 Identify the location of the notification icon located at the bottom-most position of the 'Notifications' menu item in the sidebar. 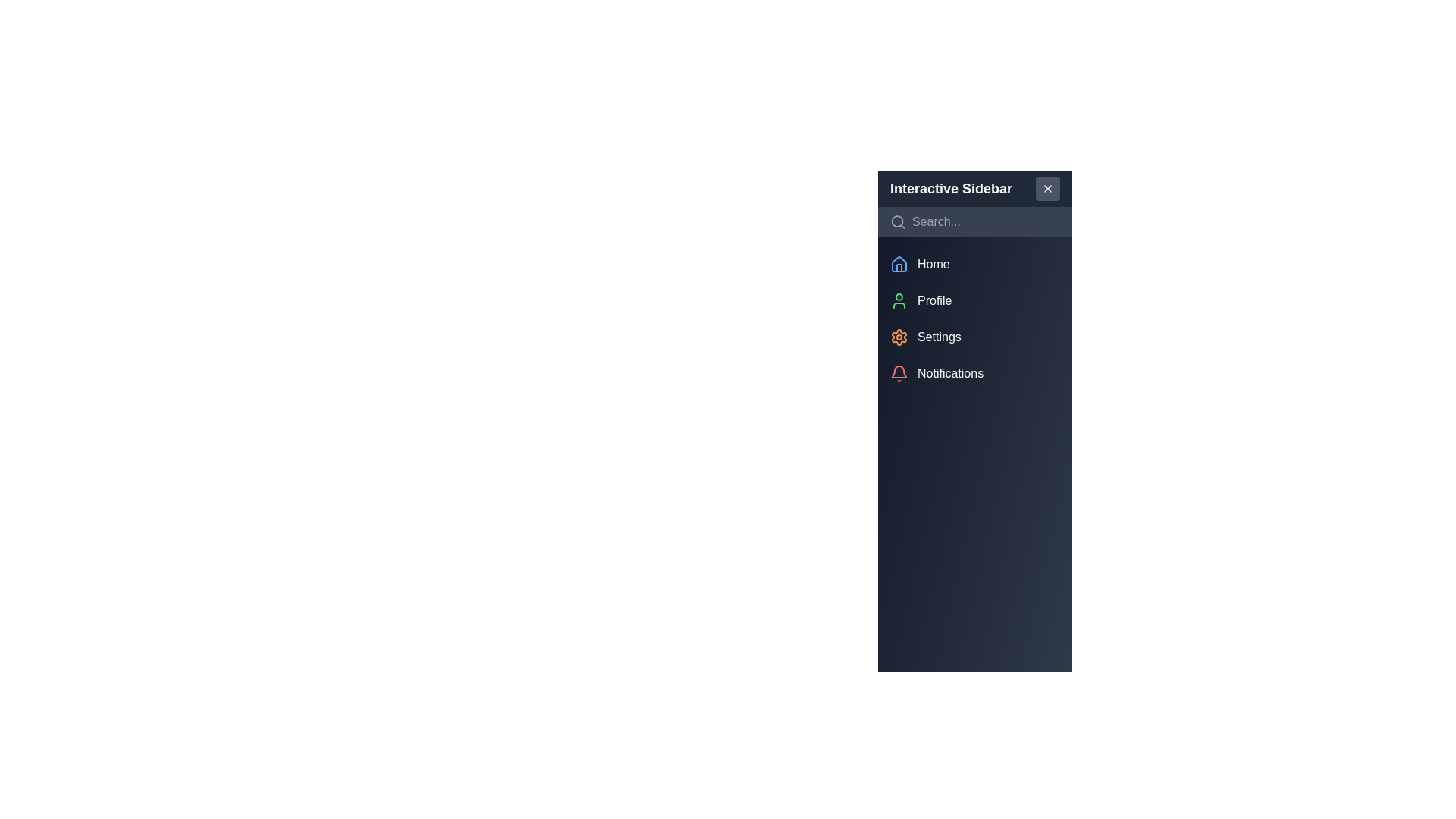
(899, 374).